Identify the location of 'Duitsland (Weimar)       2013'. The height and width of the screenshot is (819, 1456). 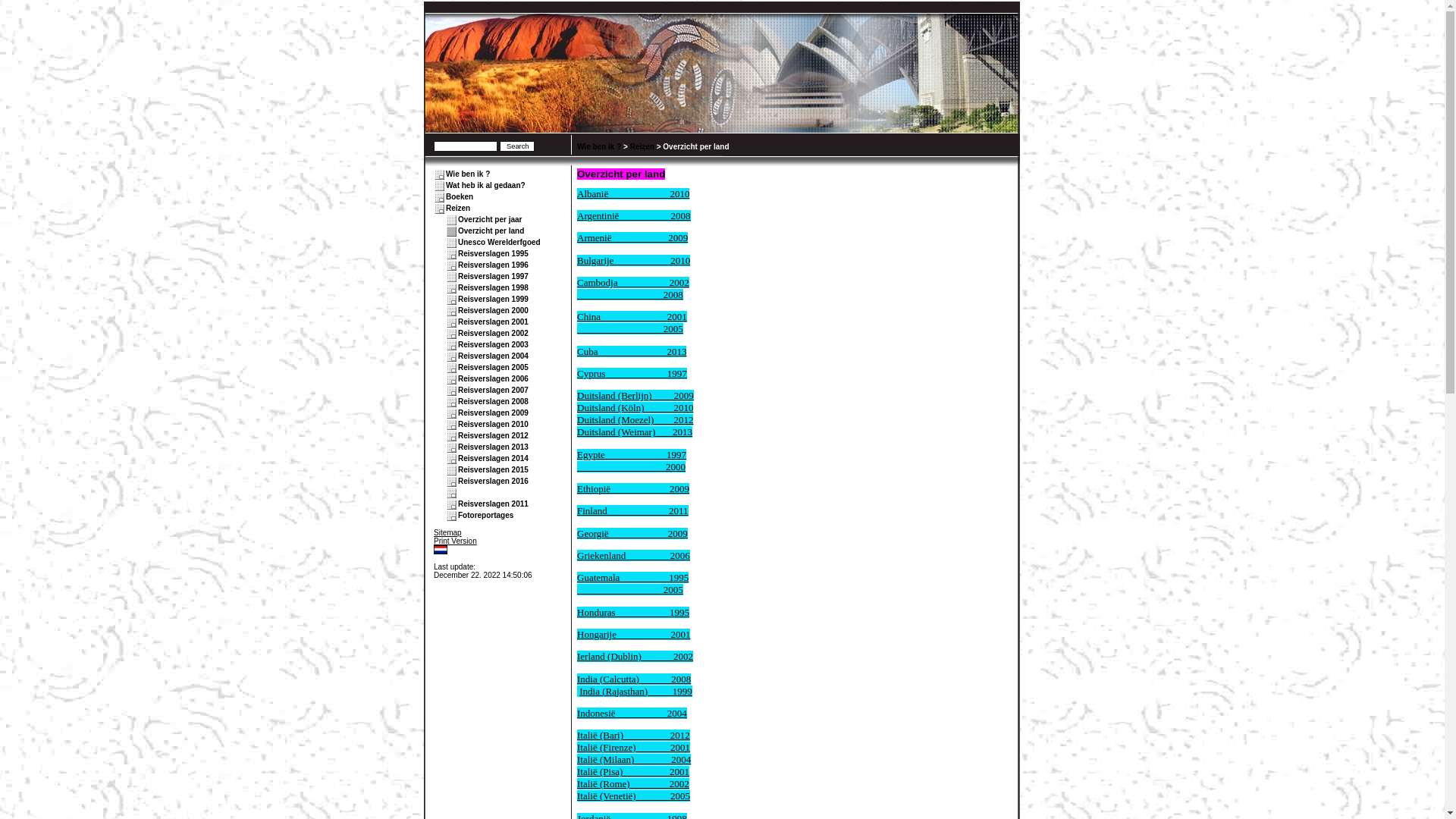
(576, 431).